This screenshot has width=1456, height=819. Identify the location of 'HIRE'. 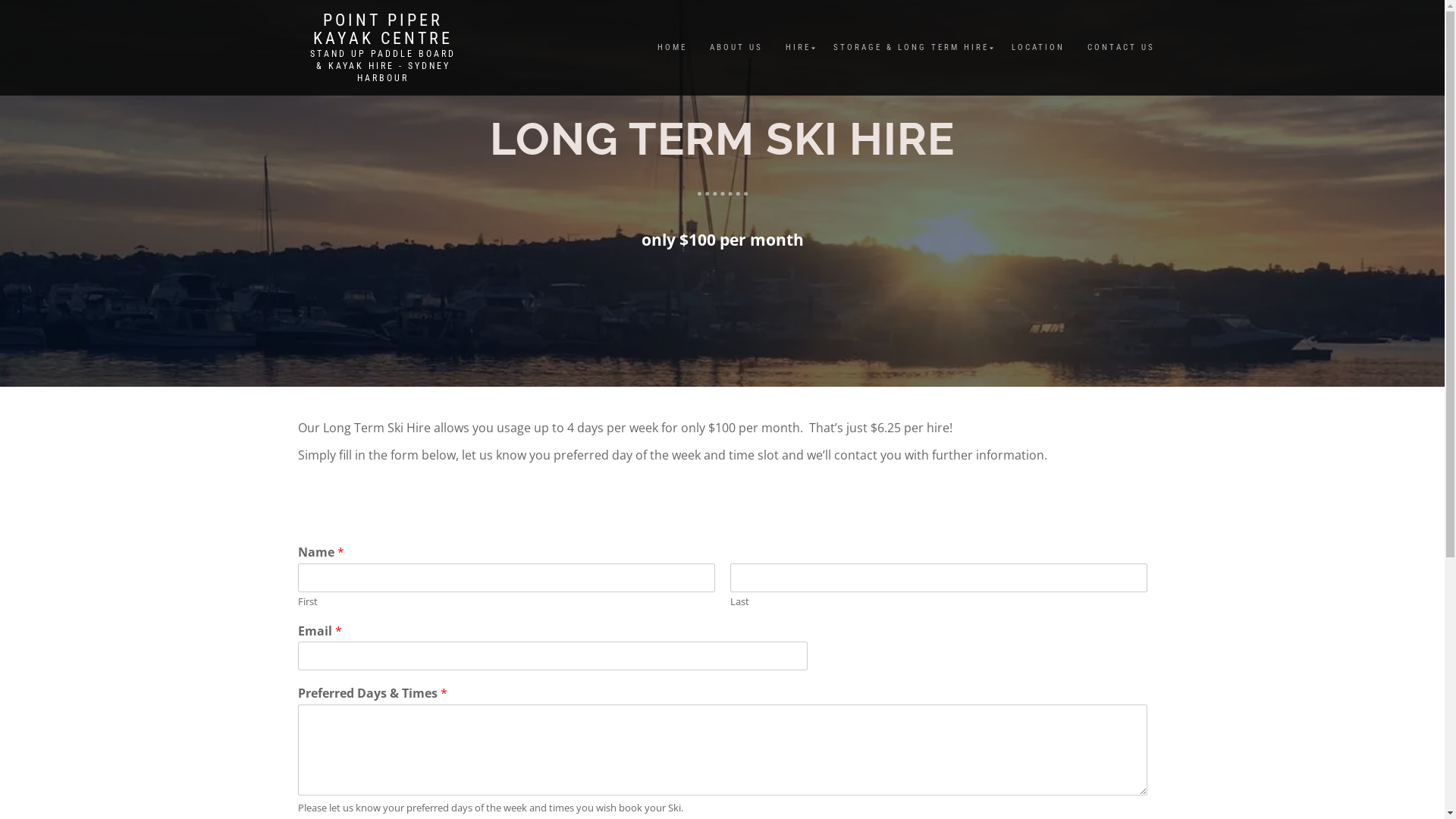
(773, 46).